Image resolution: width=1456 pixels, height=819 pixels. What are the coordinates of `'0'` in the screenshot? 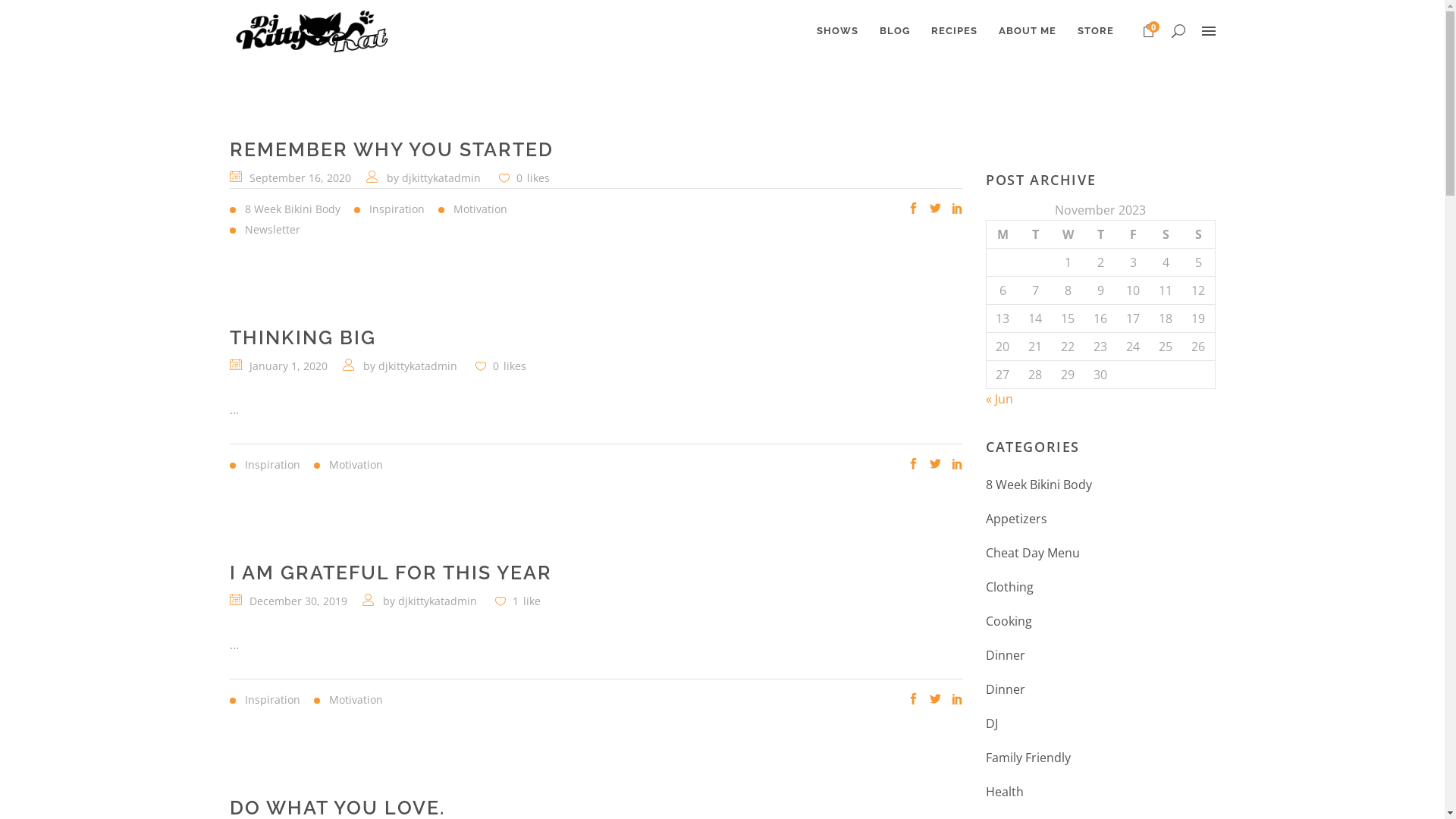 It's located at (1142, 32).